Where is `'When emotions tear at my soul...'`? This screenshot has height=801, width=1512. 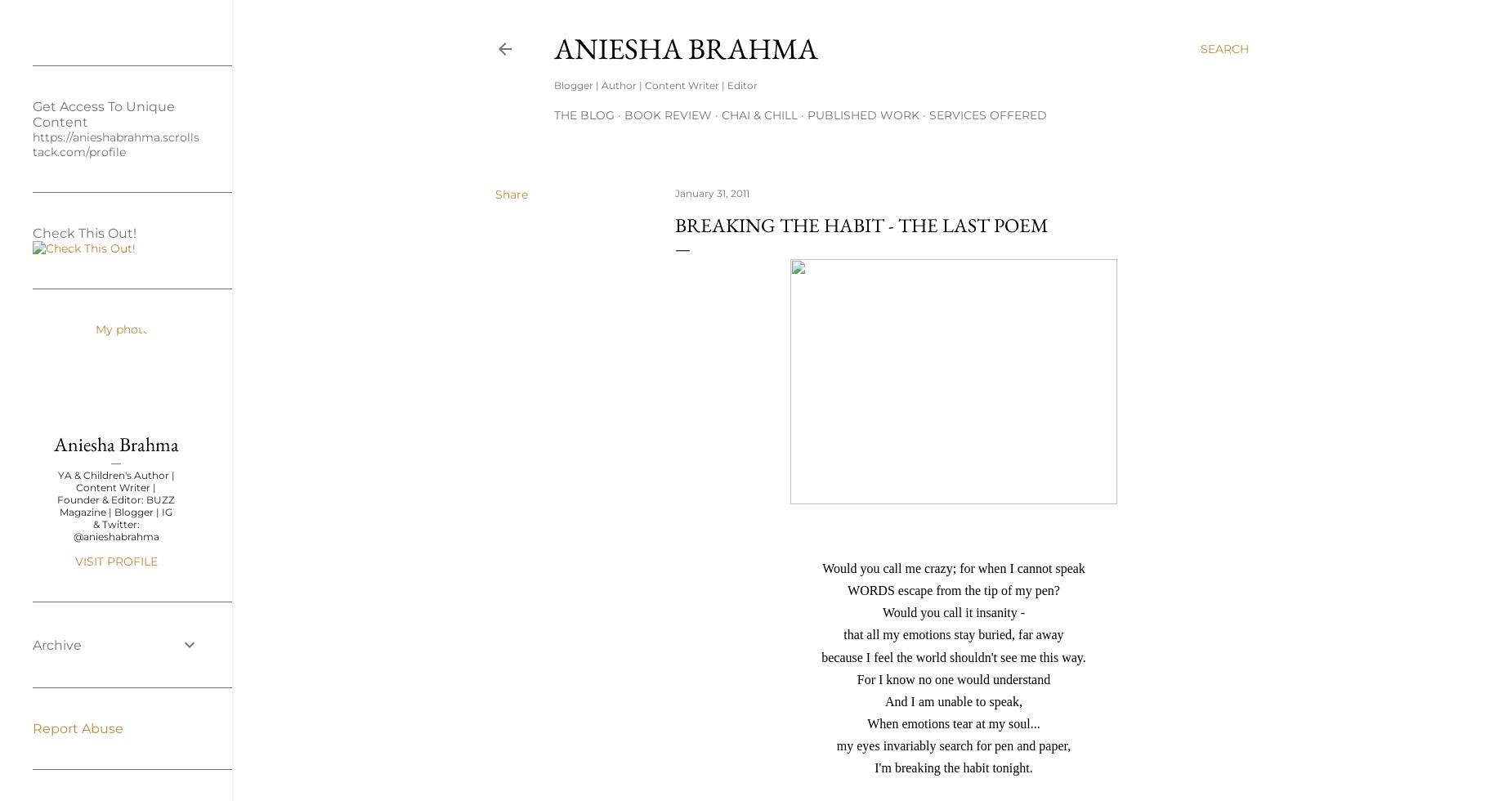
'When emotions tear at my soul...' is located at coordinates (952, 723).